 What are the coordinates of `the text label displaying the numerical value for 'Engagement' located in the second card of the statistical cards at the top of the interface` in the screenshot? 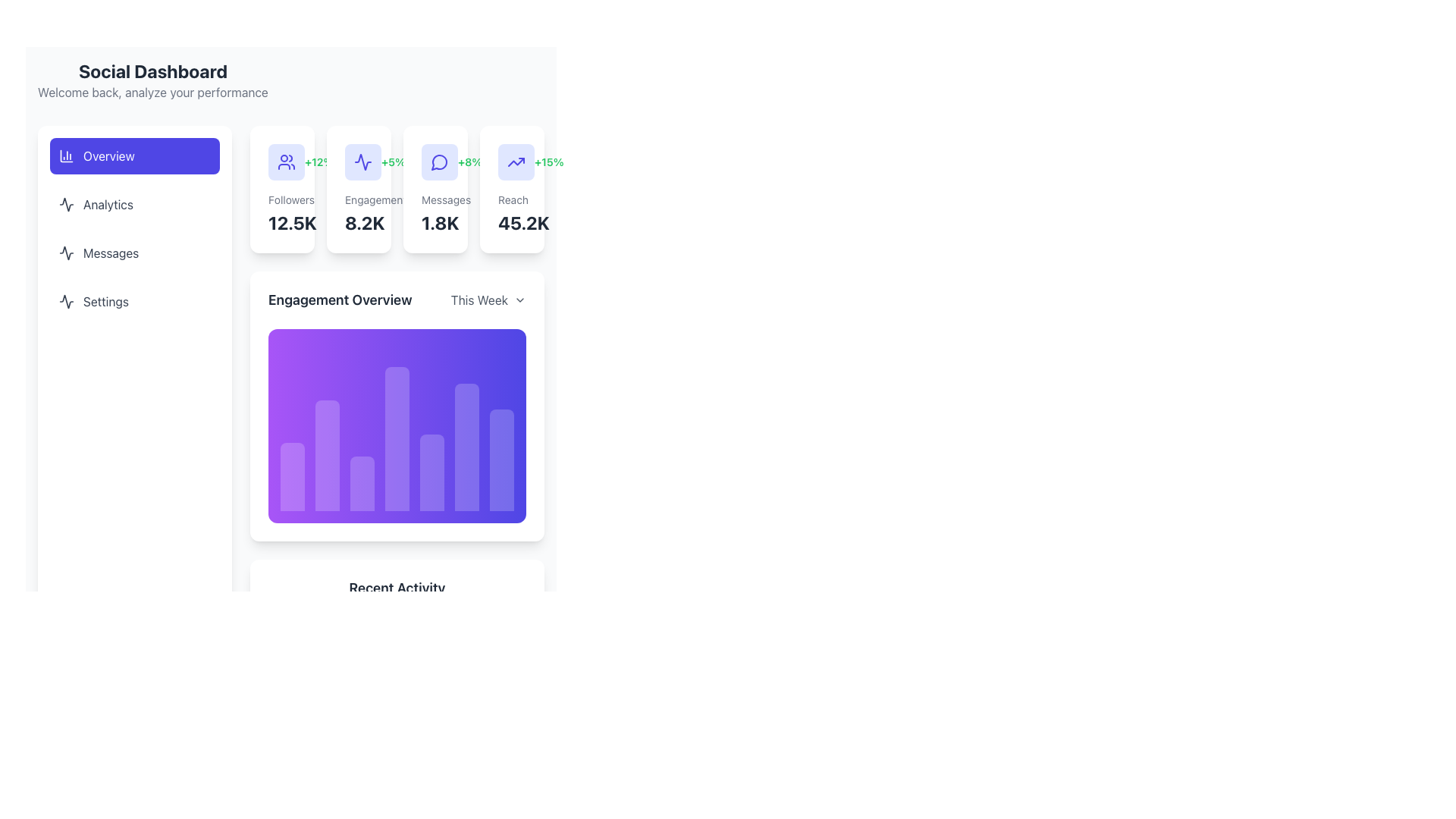 It's located at (358, 222).